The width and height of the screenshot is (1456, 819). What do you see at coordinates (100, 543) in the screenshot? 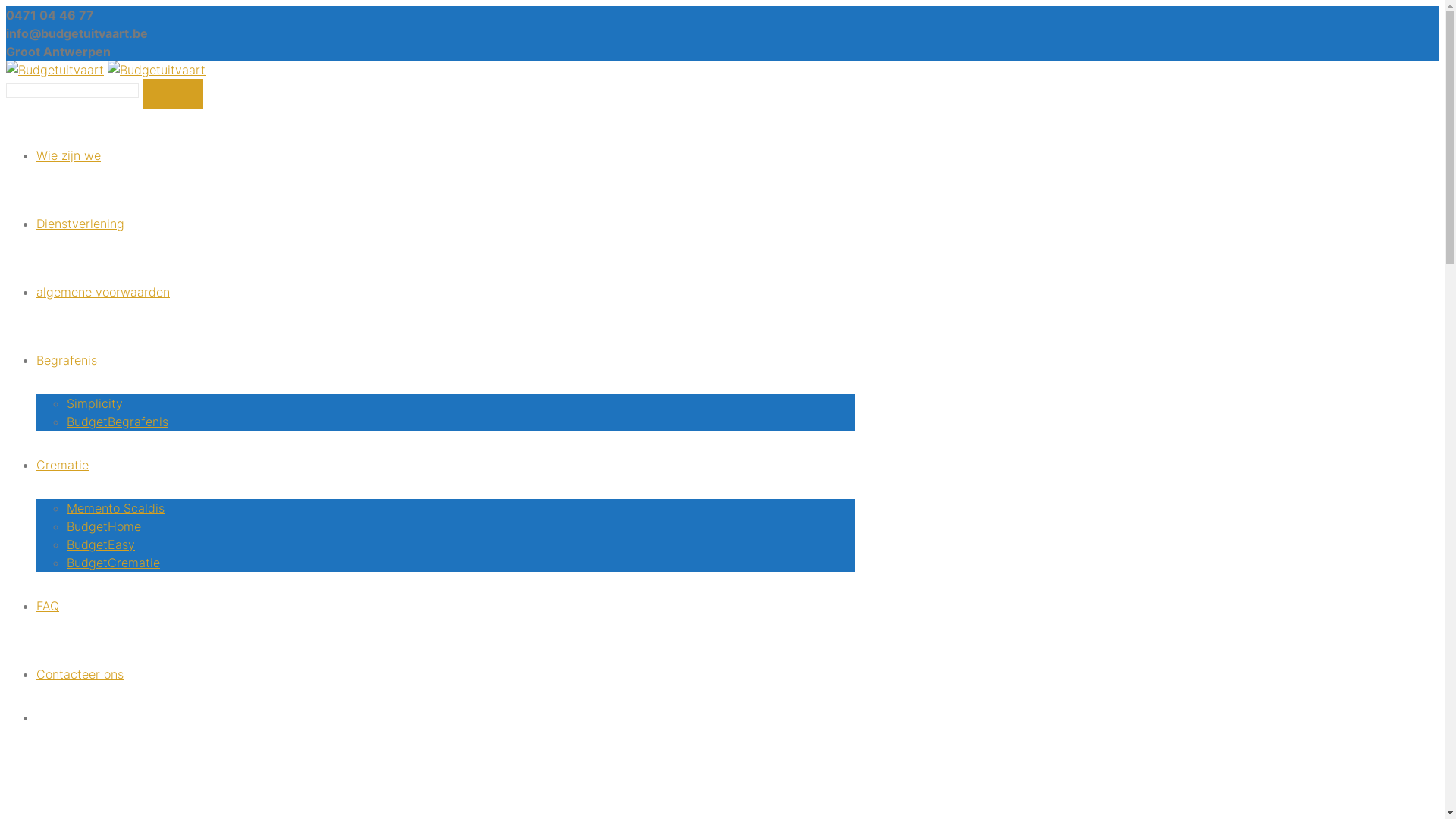
I see `'BudgetEasy'` at bounding box center [100, 543].